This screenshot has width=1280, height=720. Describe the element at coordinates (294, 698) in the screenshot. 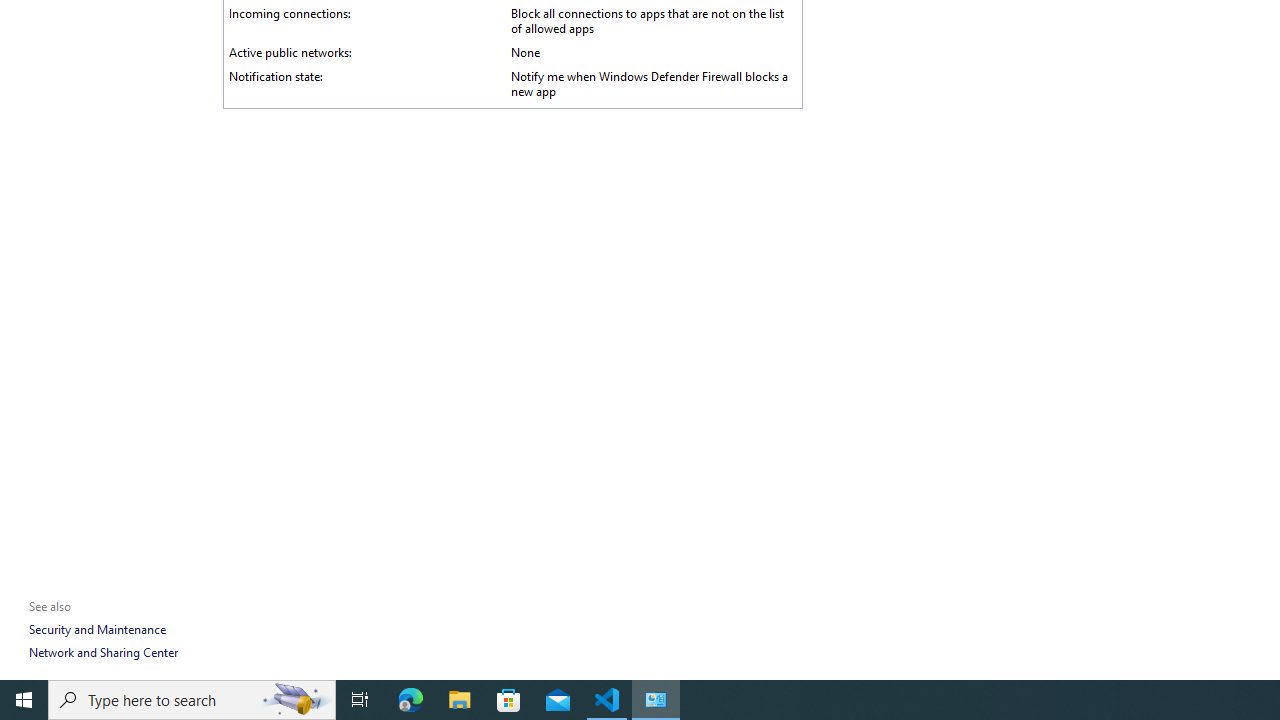

I see `'Search highlights icon opens search home window'` at that location.